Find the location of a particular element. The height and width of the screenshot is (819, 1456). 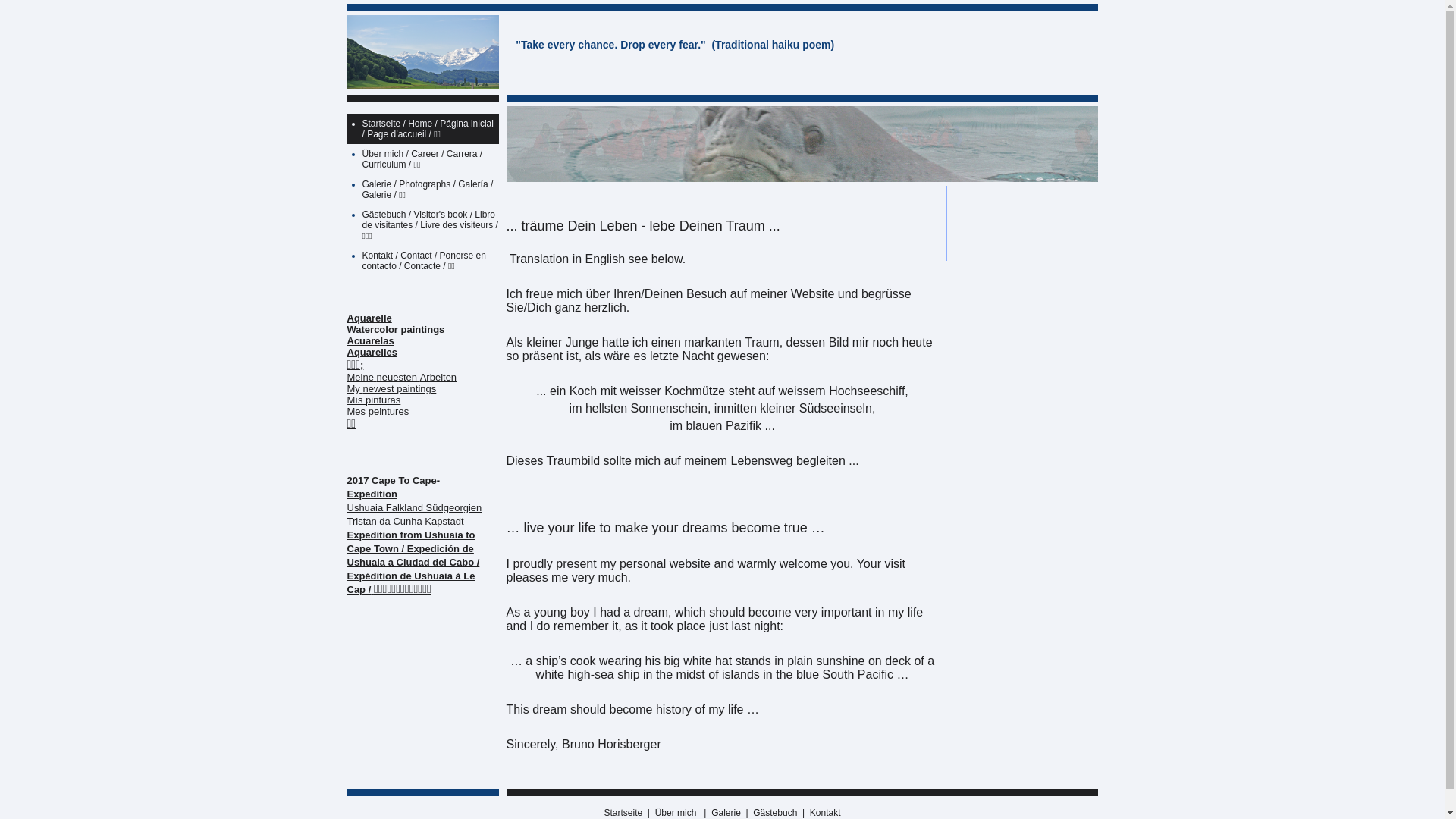

'Acuarelas' is located at coordinates (346, 340).